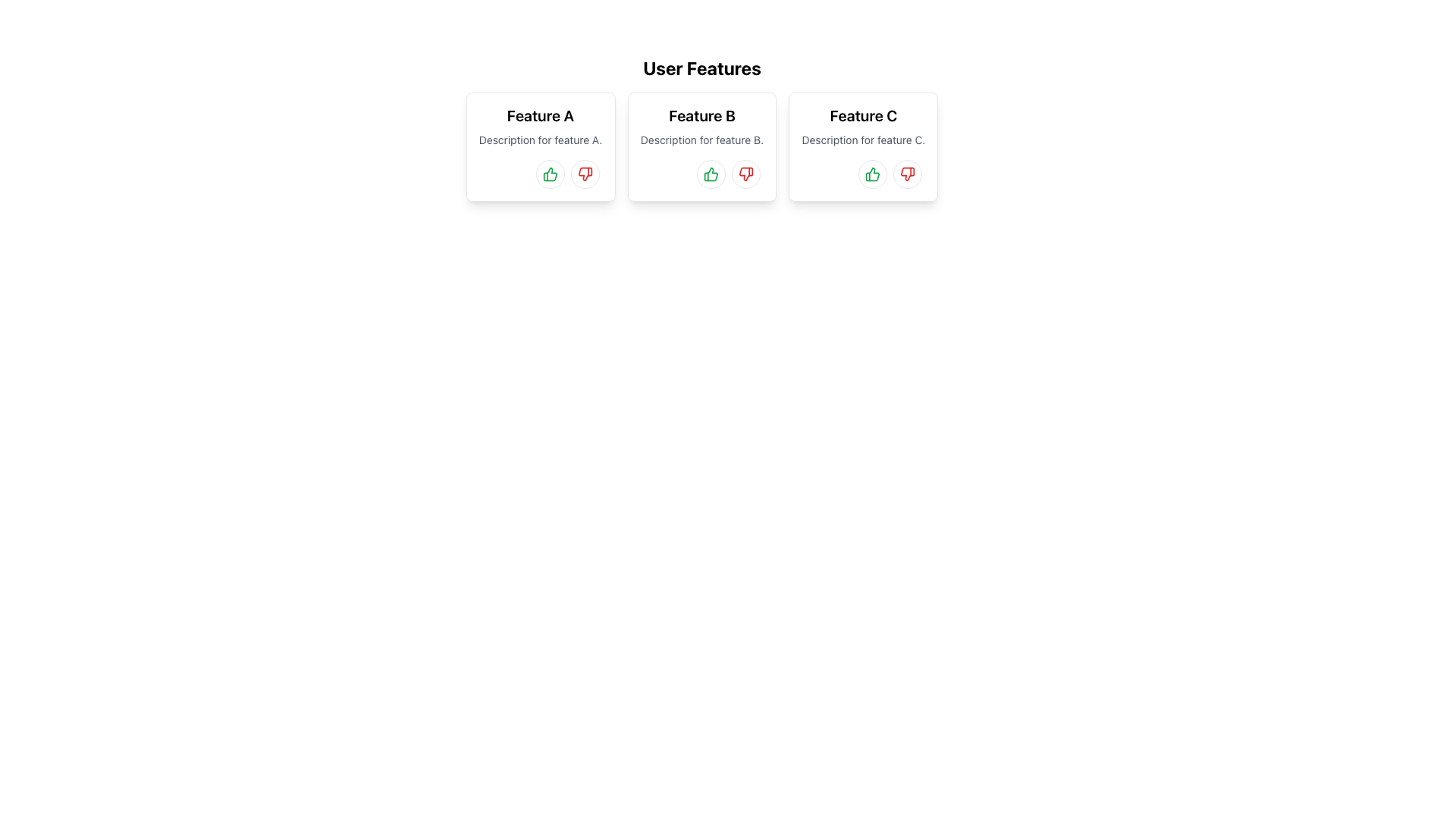  What do you see at coordinates (549, 174) in the screenshot?
I see `the positive sentiment icon located within the 'Feature B' card, which is part of the 'User Features' section` at bounding box center [549, 174].